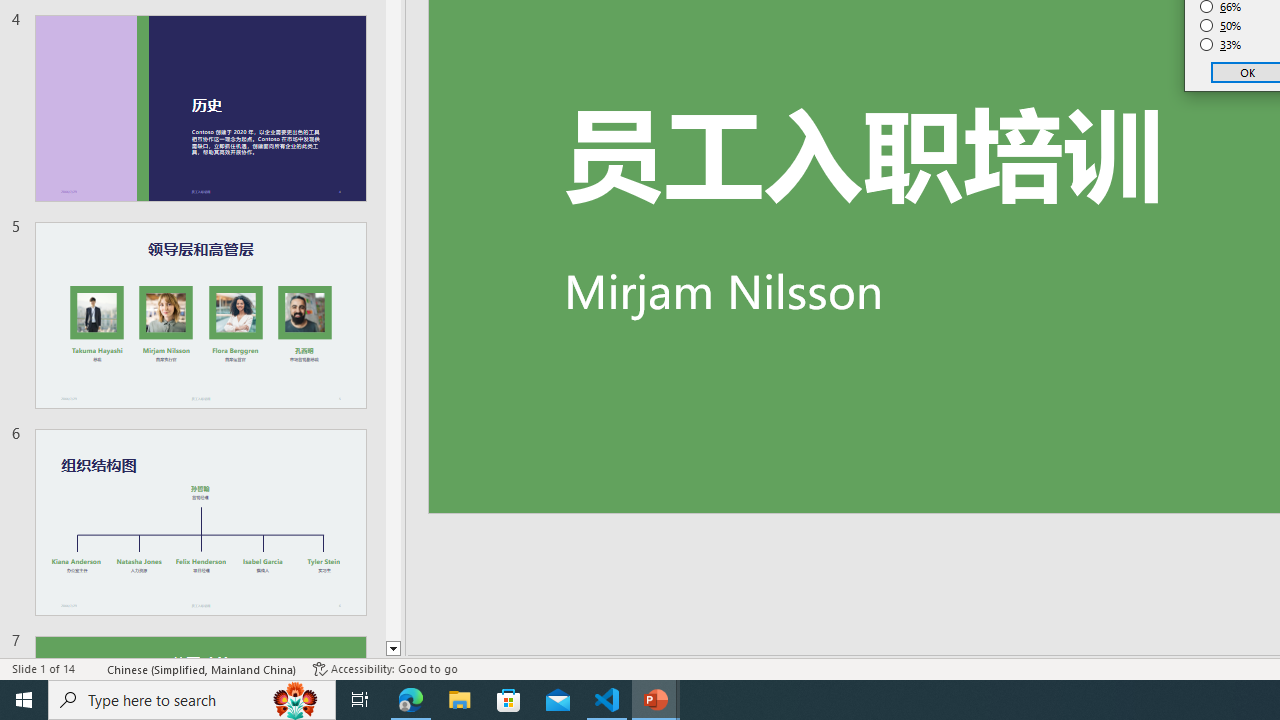 The height and width of the screenshot is (720, 1280). Describe the element at coordinates (606, 698) in the screenshot. I see `'Visual Studio Code - 1 running window'` at that location.